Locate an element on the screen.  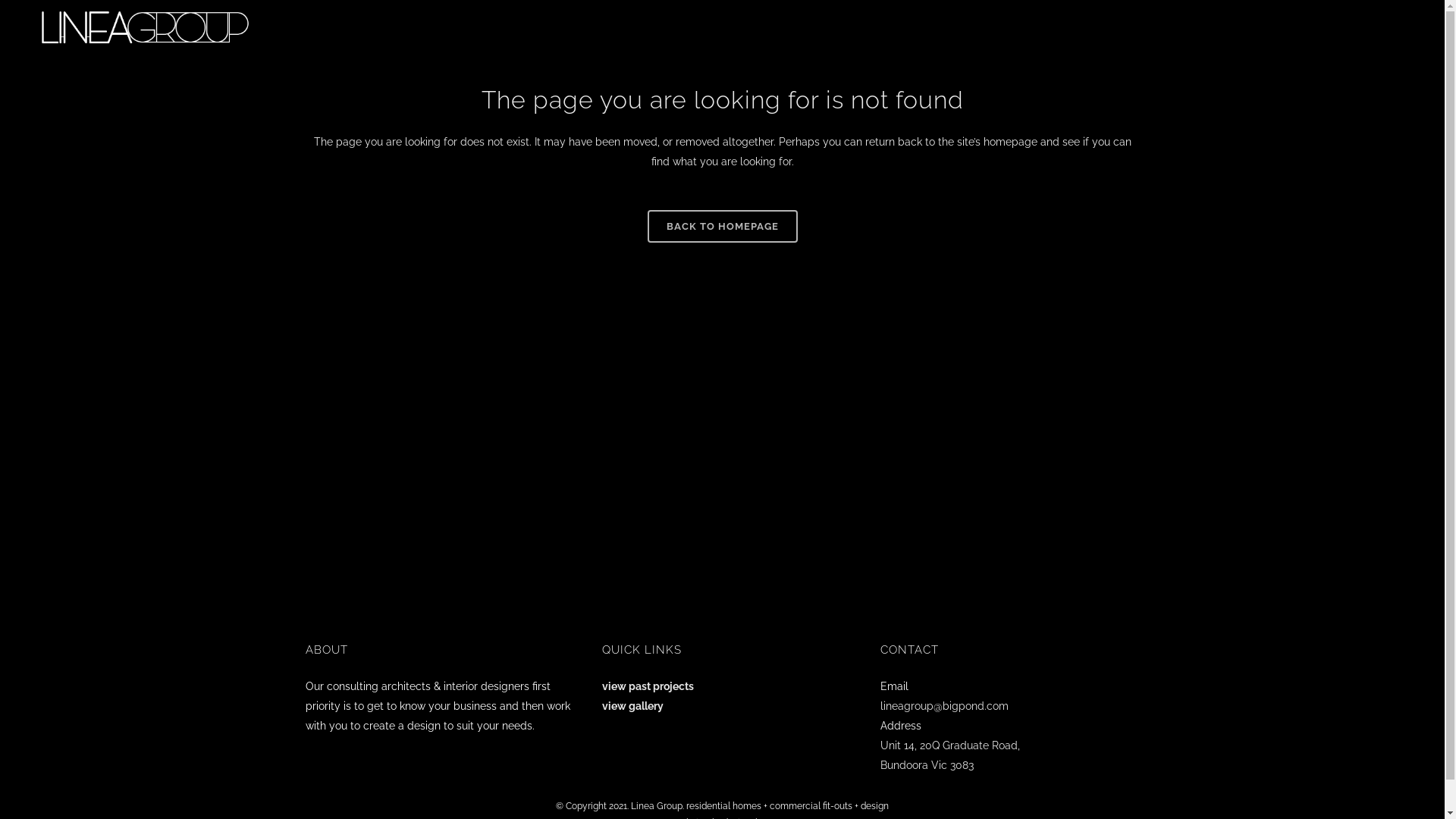
'Past Projects' is located at coordinates (1232, 26).